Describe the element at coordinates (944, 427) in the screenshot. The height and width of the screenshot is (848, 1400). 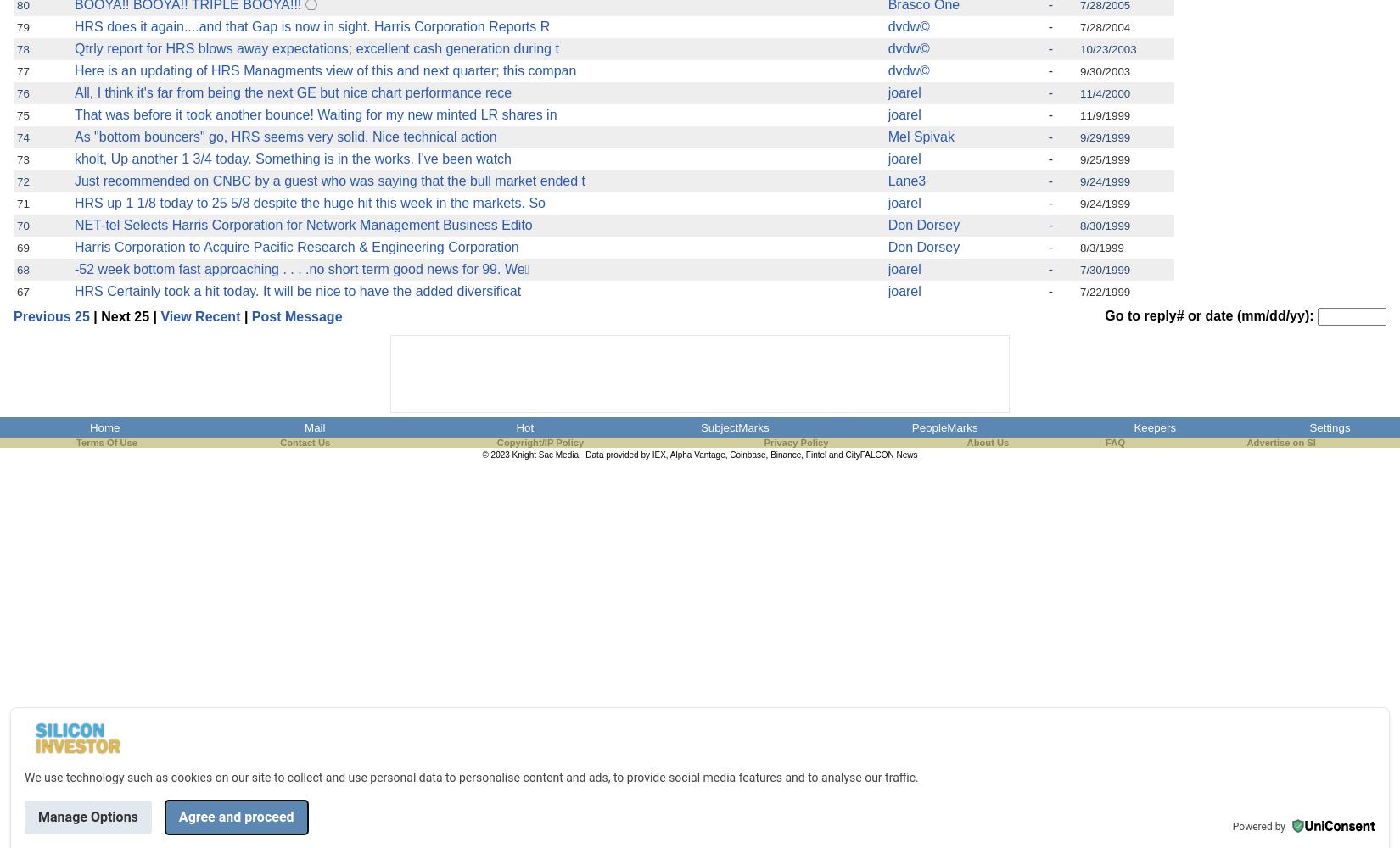
I see `'PeopleMarks'` at that location.